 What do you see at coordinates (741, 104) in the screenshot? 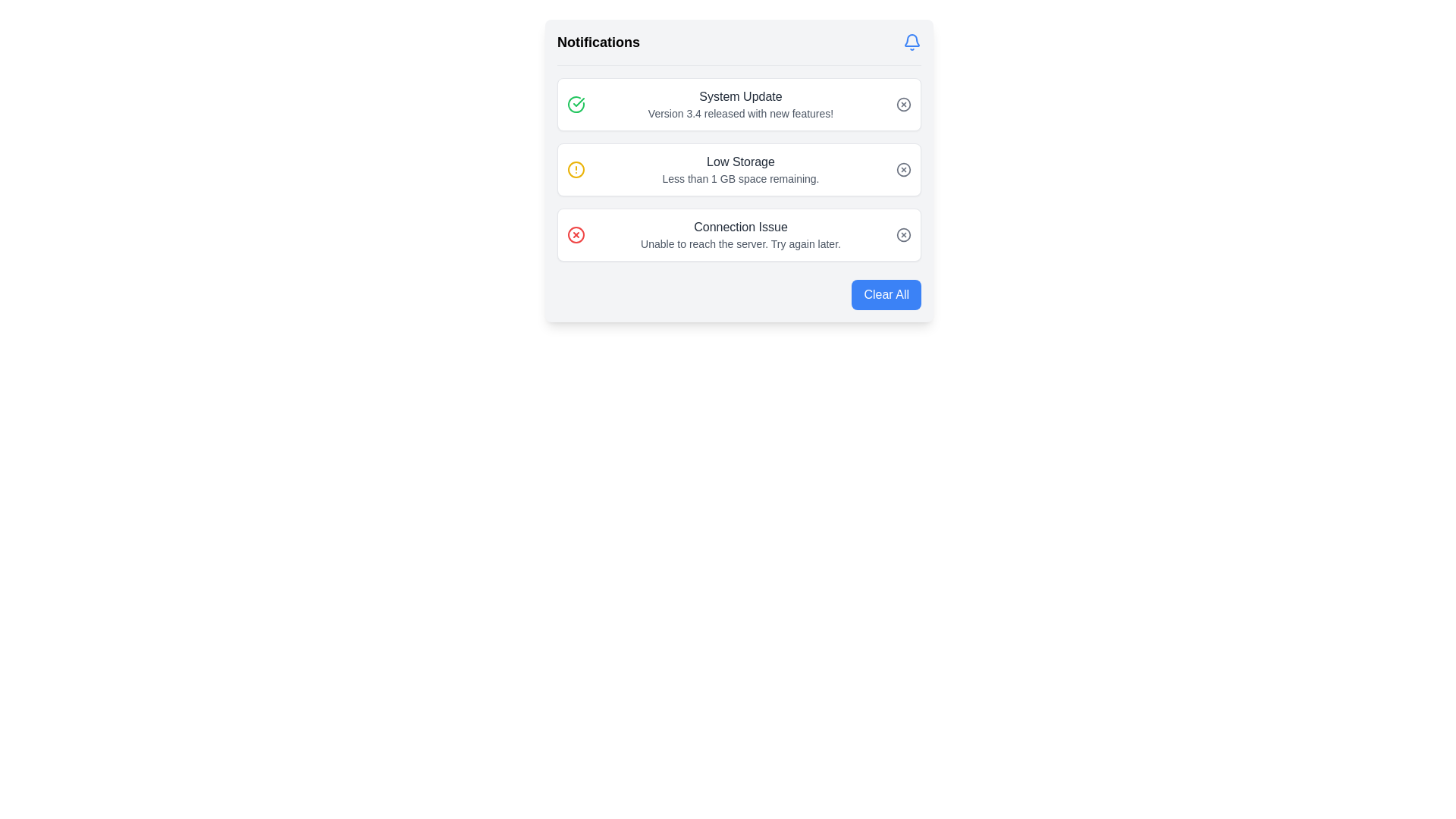
I see `the notification item title and description informing users about a system update, located in the middle area of the first notification card` at bounding box center [741, 104].